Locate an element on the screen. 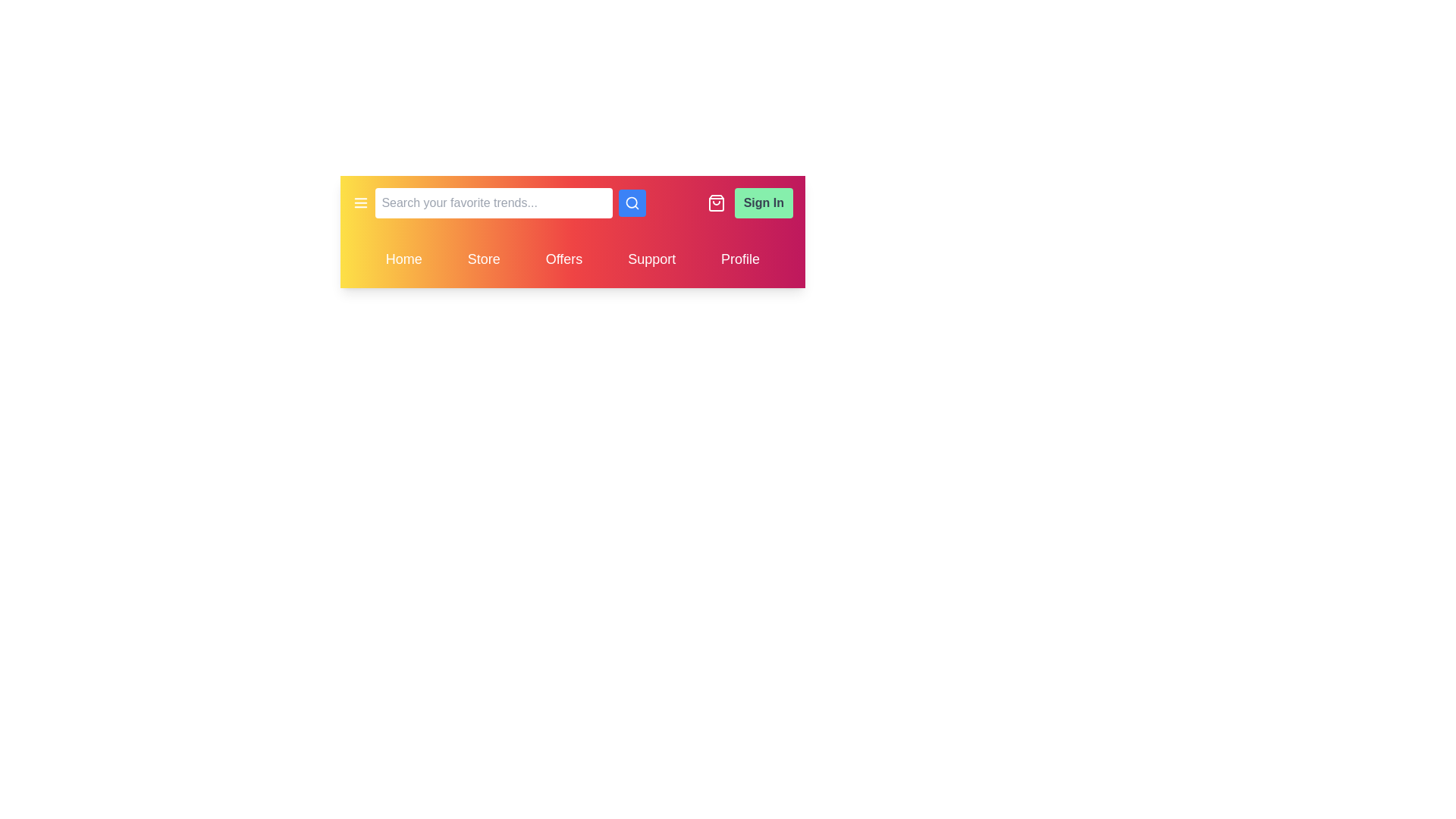 Image resolution: width=1456 pixels, height=819 pixels. the 'Sign In' button is located at coordinates (764, 202).